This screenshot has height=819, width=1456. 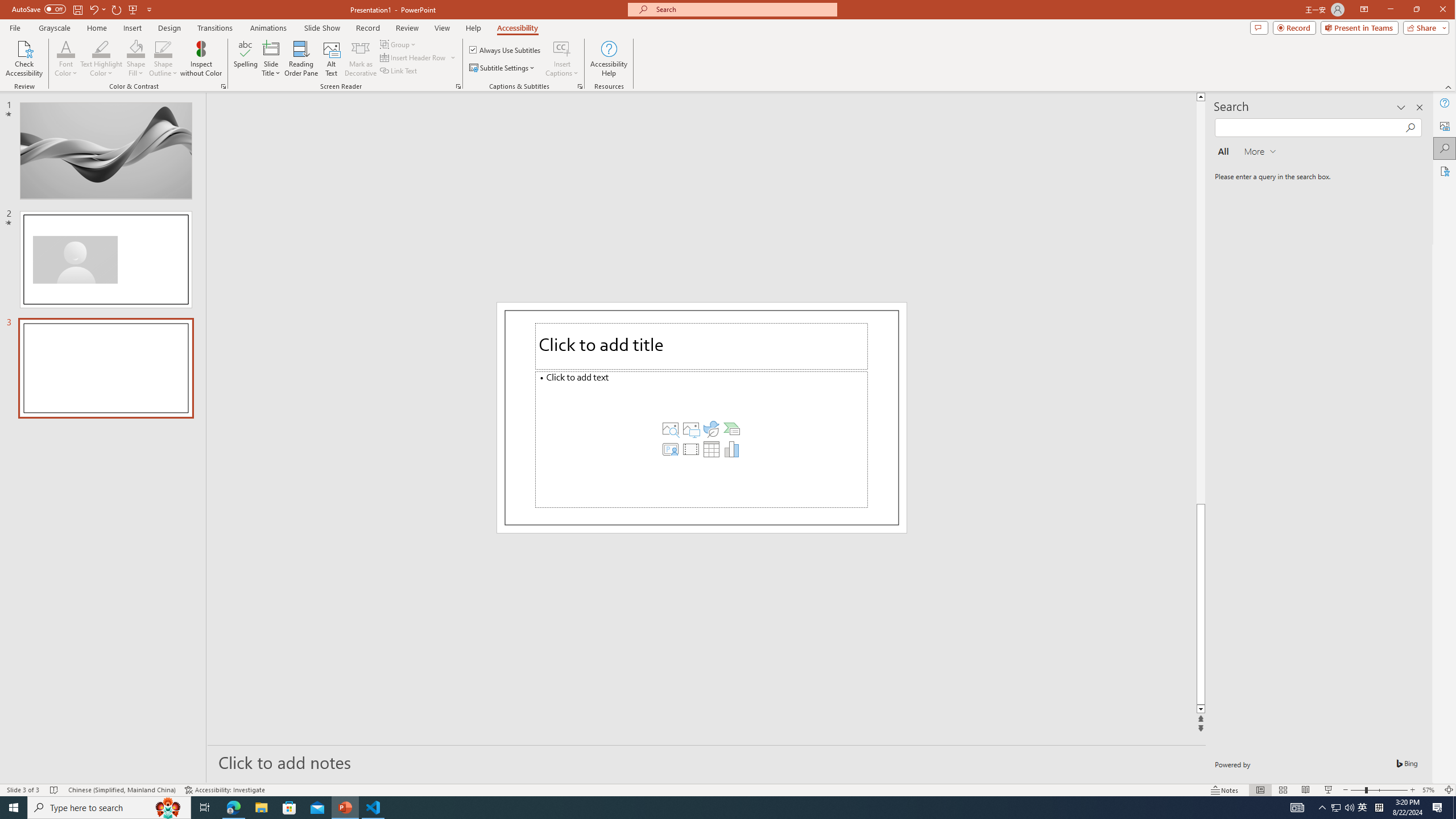 I want to click on 'Insert Chart', so click(x=731, y=448).